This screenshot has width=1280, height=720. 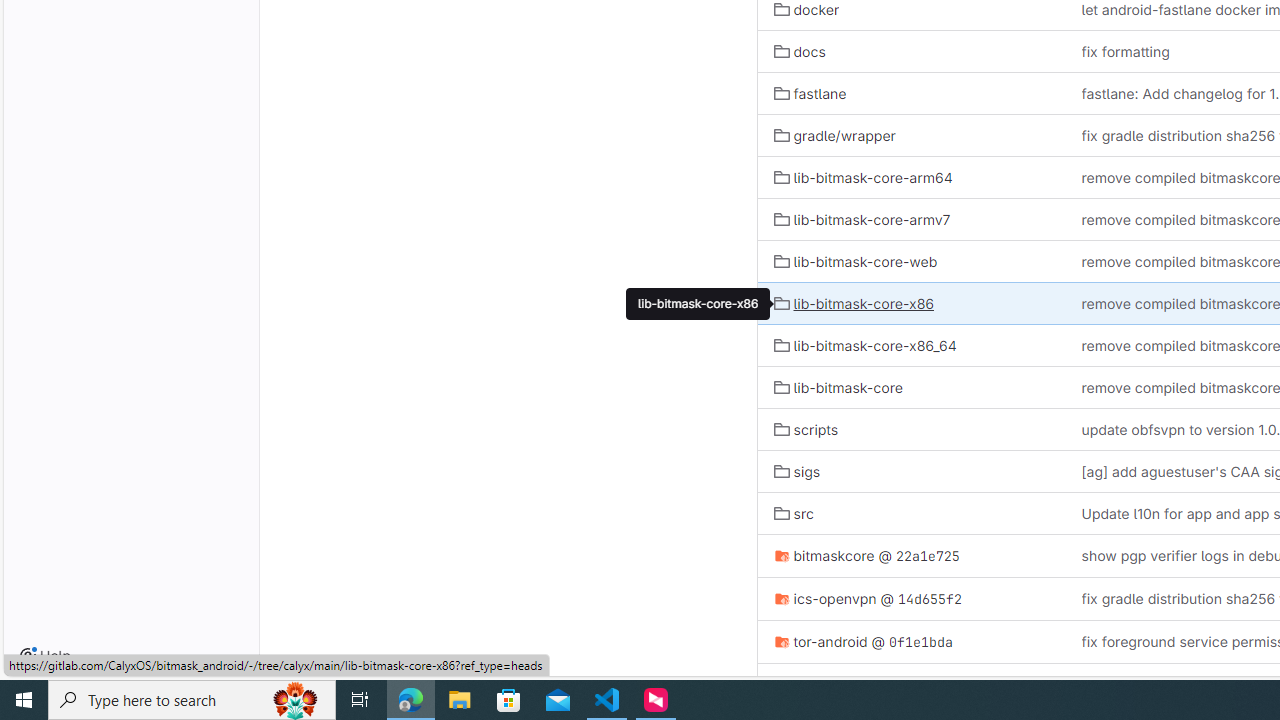 What do you see at coordinates (929, 597) in the screenshot?
I see `'14d655f2'` at bounding box center [929, 597].